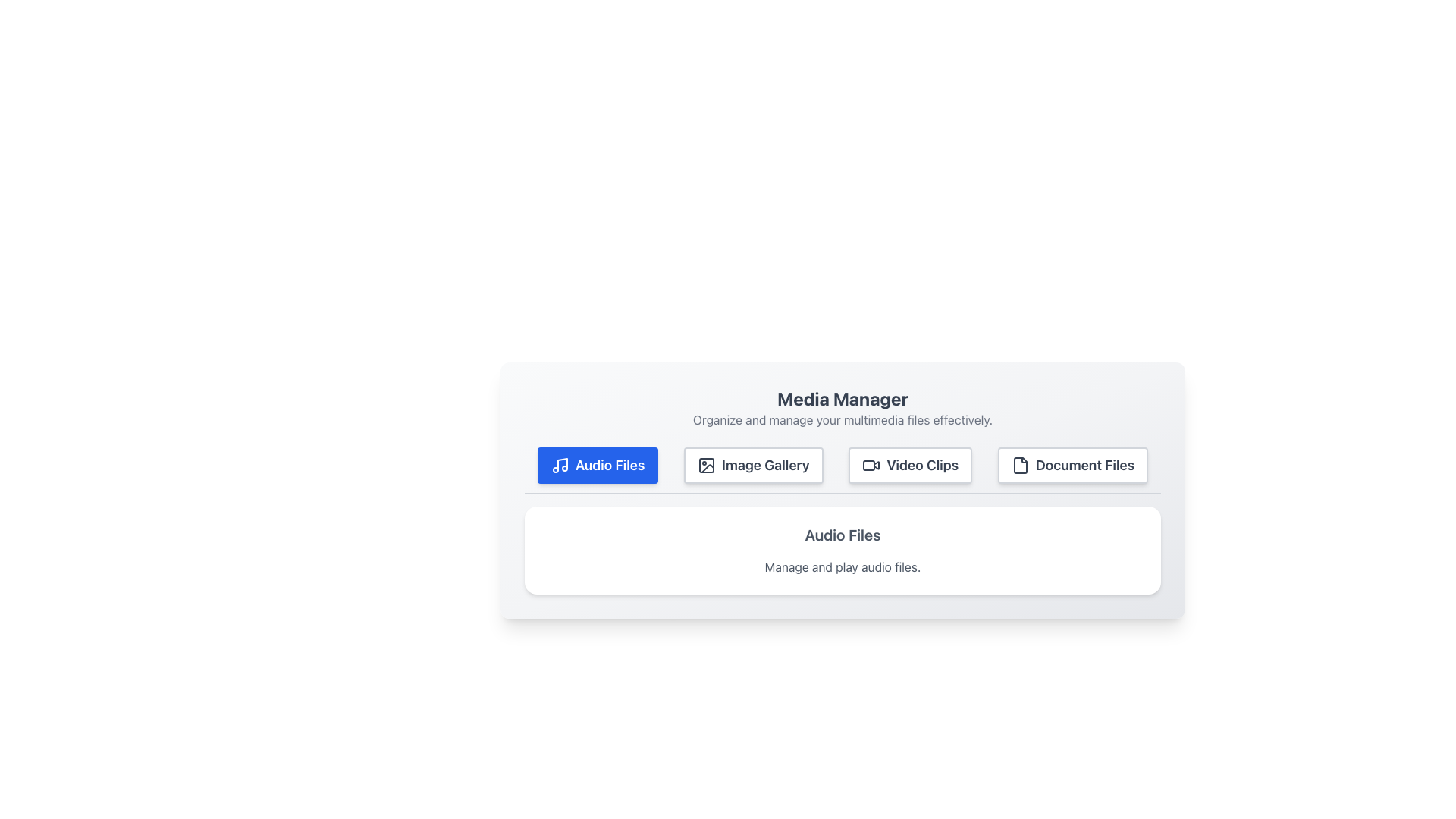  I want to click on the 'Video Clips' button, the third button in a group of four, so click(910, 464).